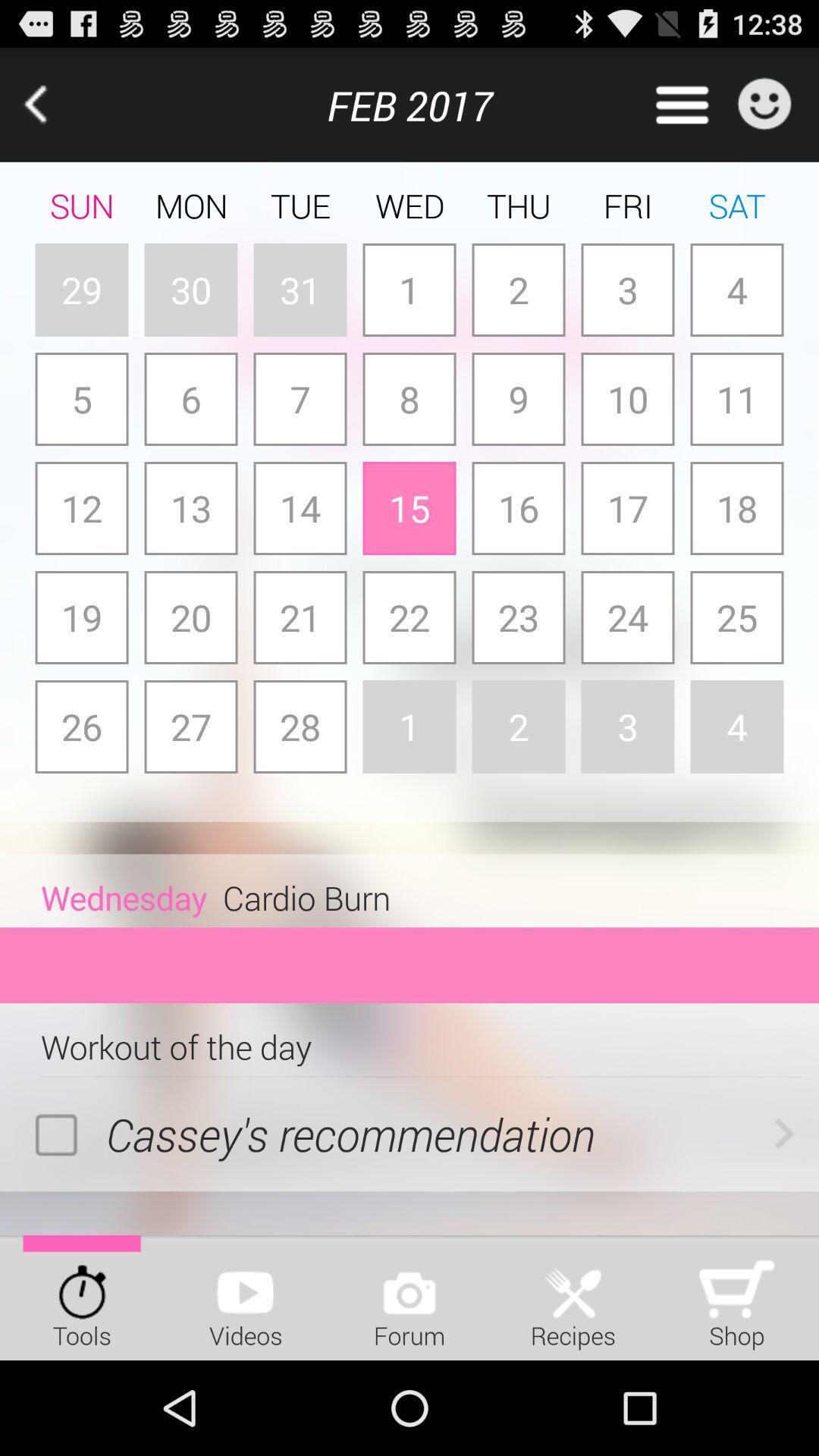 The height and width of the screenshot is (1456, 819). Describe the element at coordinates (56, 111) in the screenshot. I see `the arrow_backward icon` at that location.